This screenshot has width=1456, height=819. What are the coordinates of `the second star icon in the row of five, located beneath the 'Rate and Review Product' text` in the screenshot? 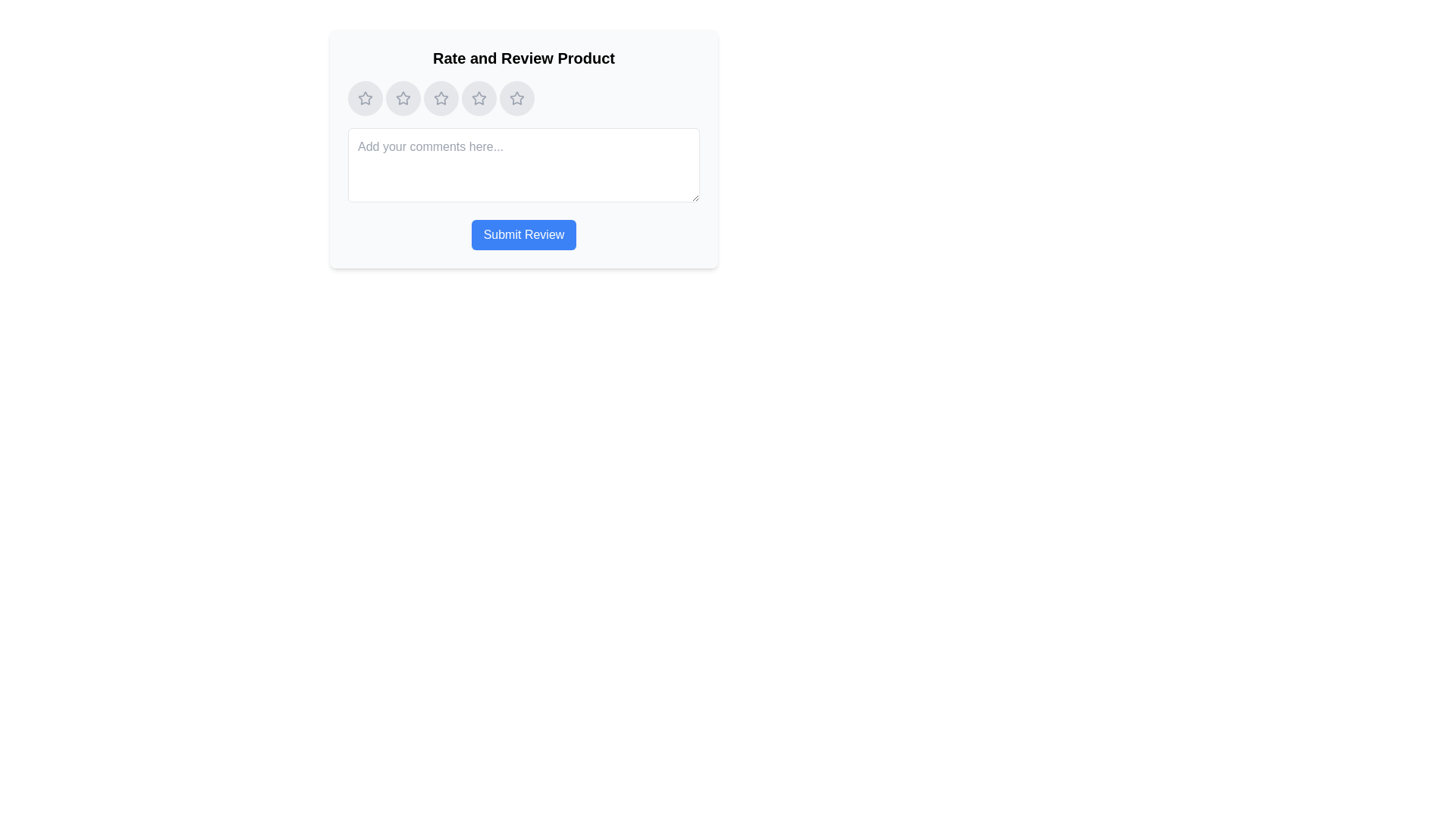 It's located at (403, 98).